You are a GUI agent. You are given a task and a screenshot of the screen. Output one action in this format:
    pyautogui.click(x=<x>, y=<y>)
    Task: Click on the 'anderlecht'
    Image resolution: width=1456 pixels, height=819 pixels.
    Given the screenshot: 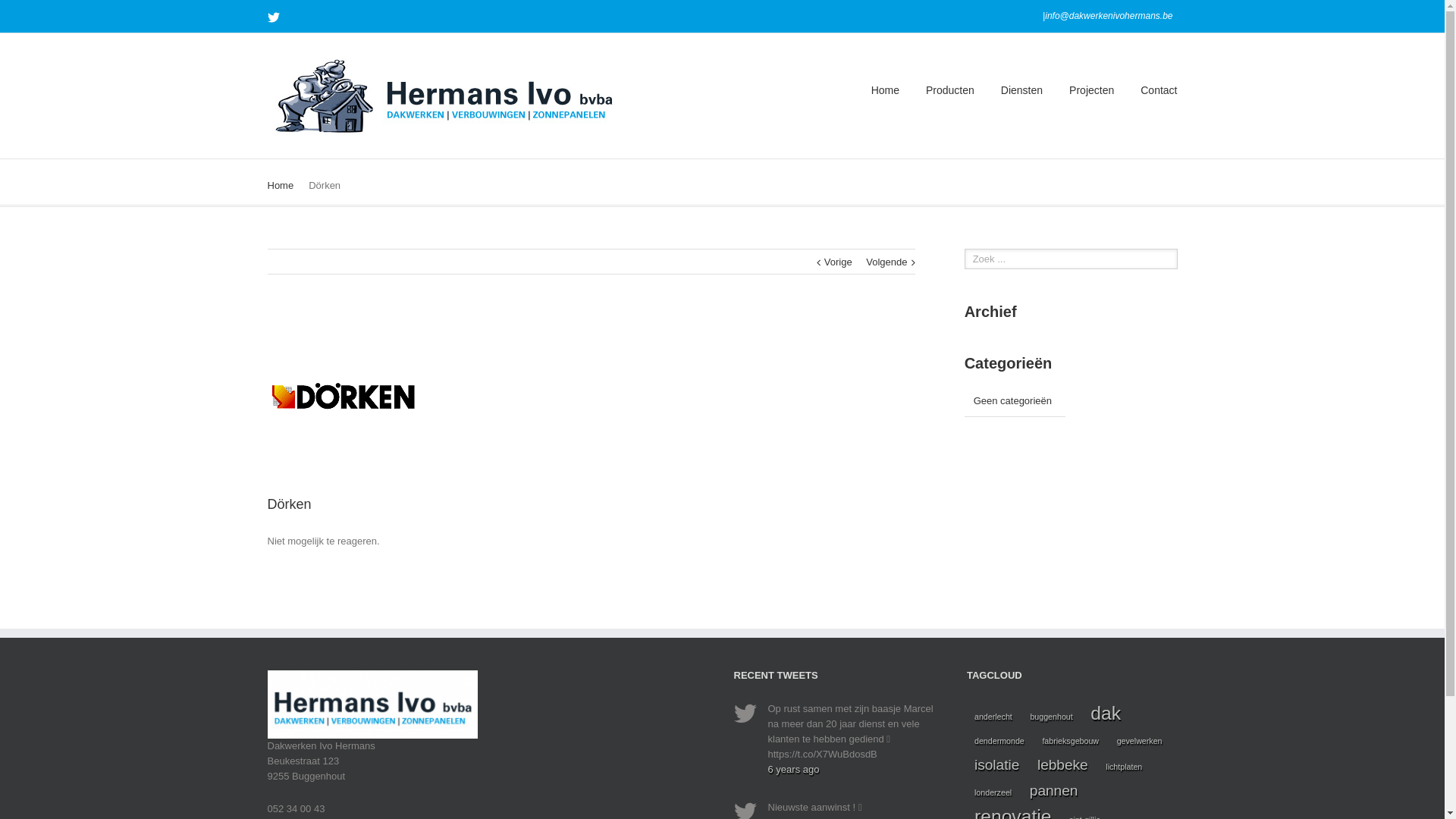 What is the action you would take?
    pyautogui.click(x=993, y=717)
    